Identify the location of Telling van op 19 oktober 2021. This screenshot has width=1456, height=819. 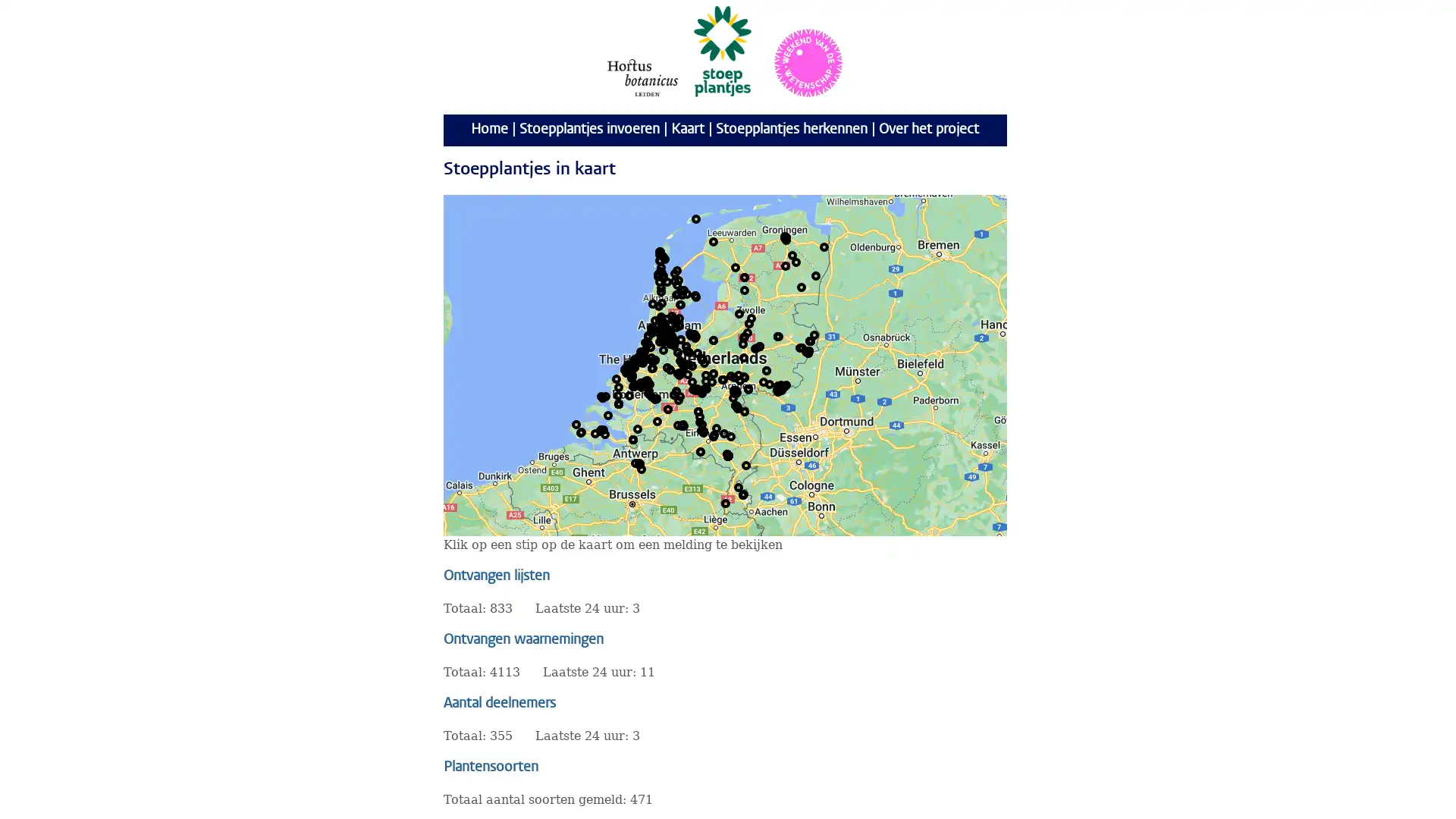
(662, 333).